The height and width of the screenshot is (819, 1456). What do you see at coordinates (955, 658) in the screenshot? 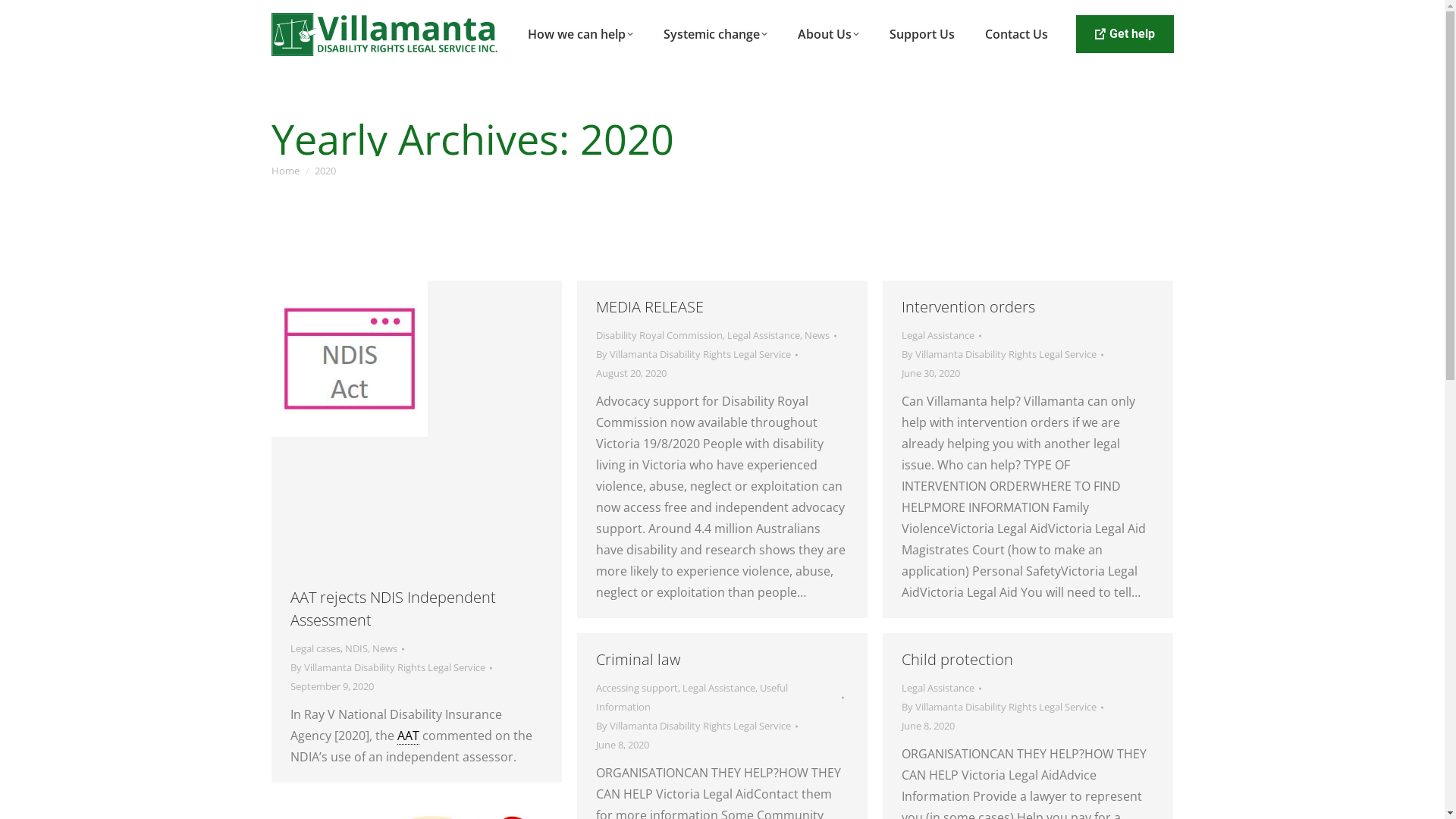
I see `'Child protection'` at bounding box center [955, 658].